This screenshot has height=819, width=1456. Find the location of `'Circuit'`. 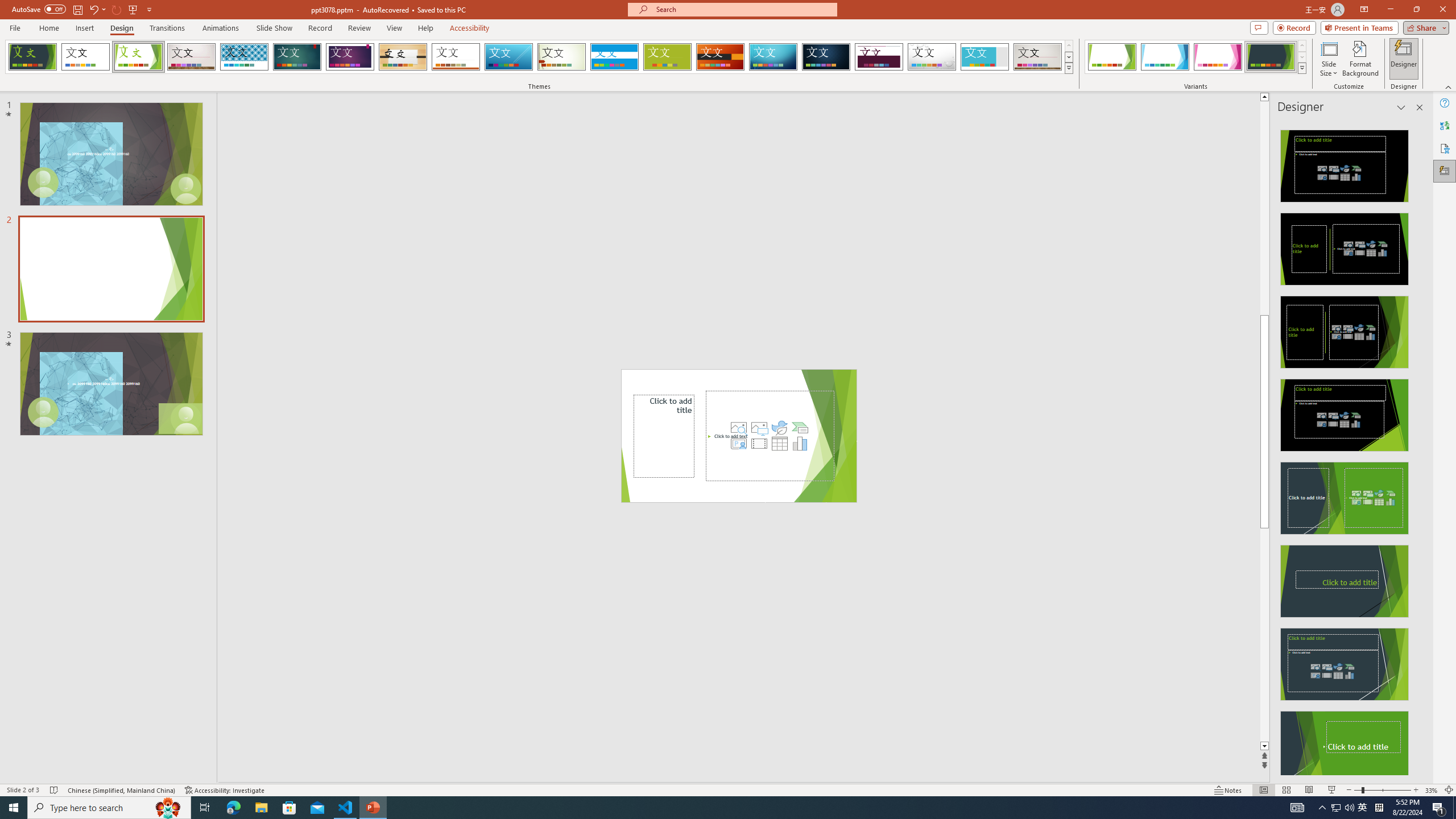

'Circuit' is located at coordinates (772, 56).